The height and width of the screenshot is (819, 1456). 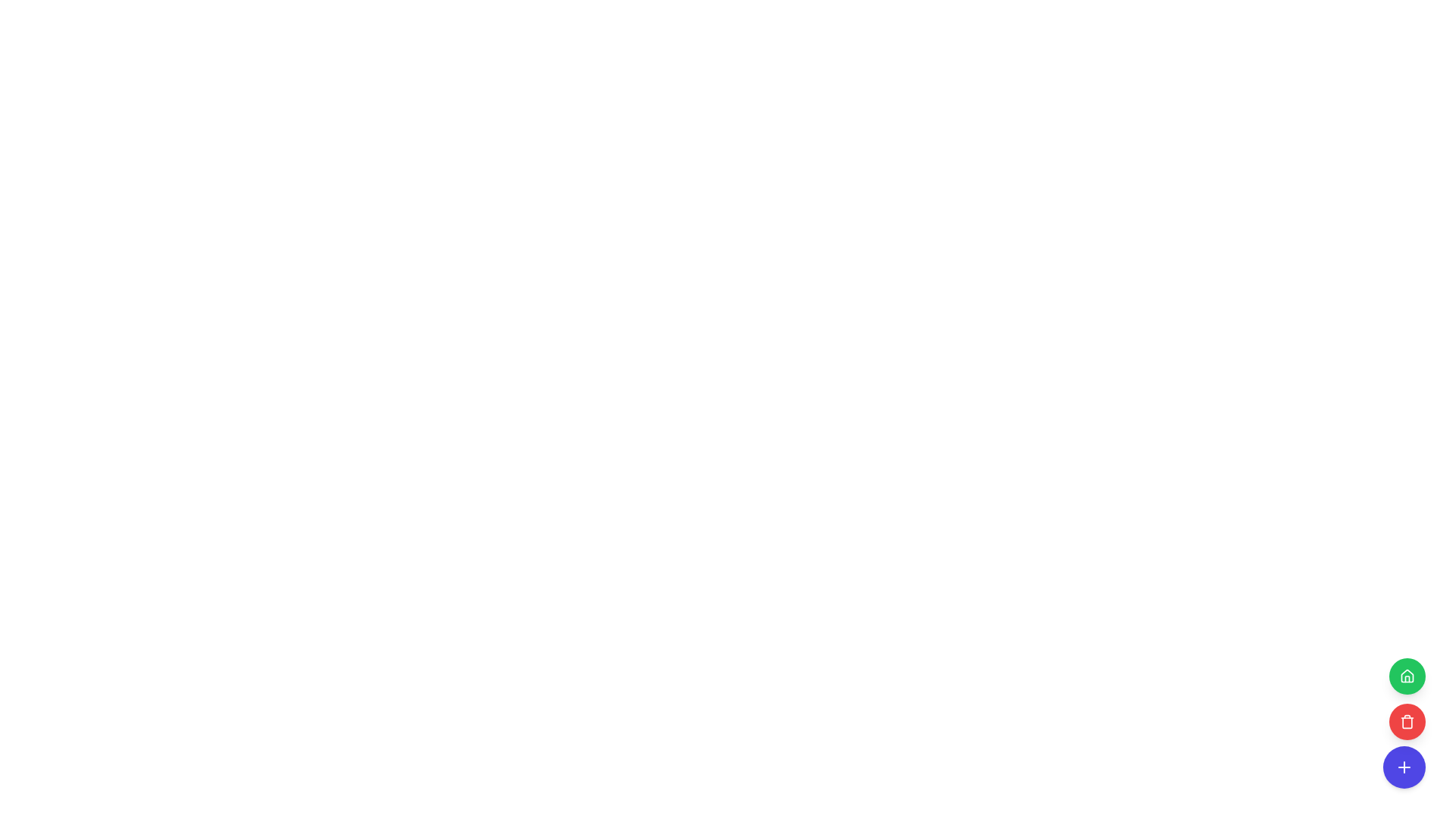 What do you see at coordinates (1407, 721) in the screenshot?
I see `the trash can icon outlined in white, which is contained within a small red circular button located in the bottom-right quadrant of the interface` at bounding box center [1407, 721].